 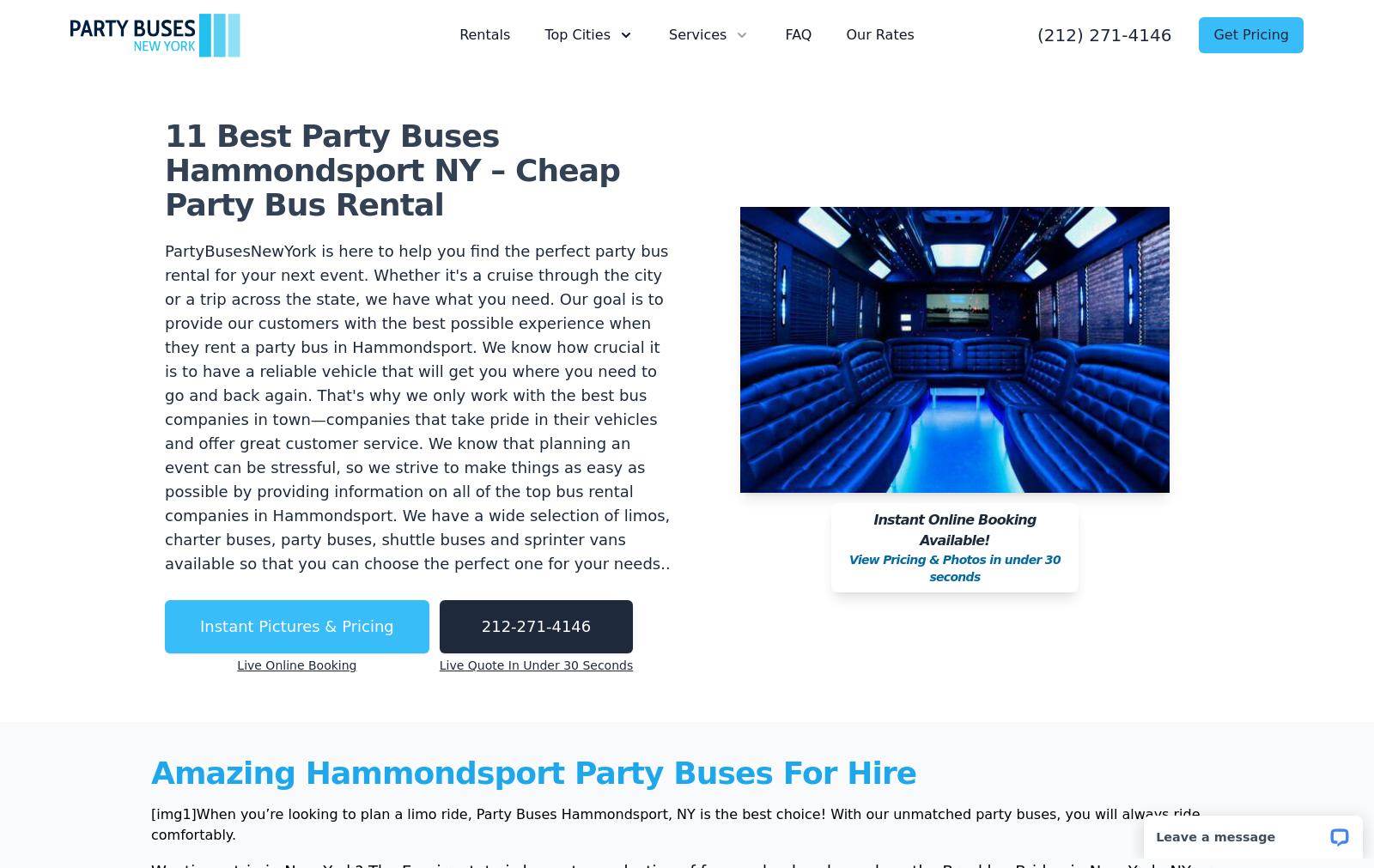 What do you see at coordinates (483, 33) in the screenshot?
I see `'Rentals'` at bounding box center [483, 33].